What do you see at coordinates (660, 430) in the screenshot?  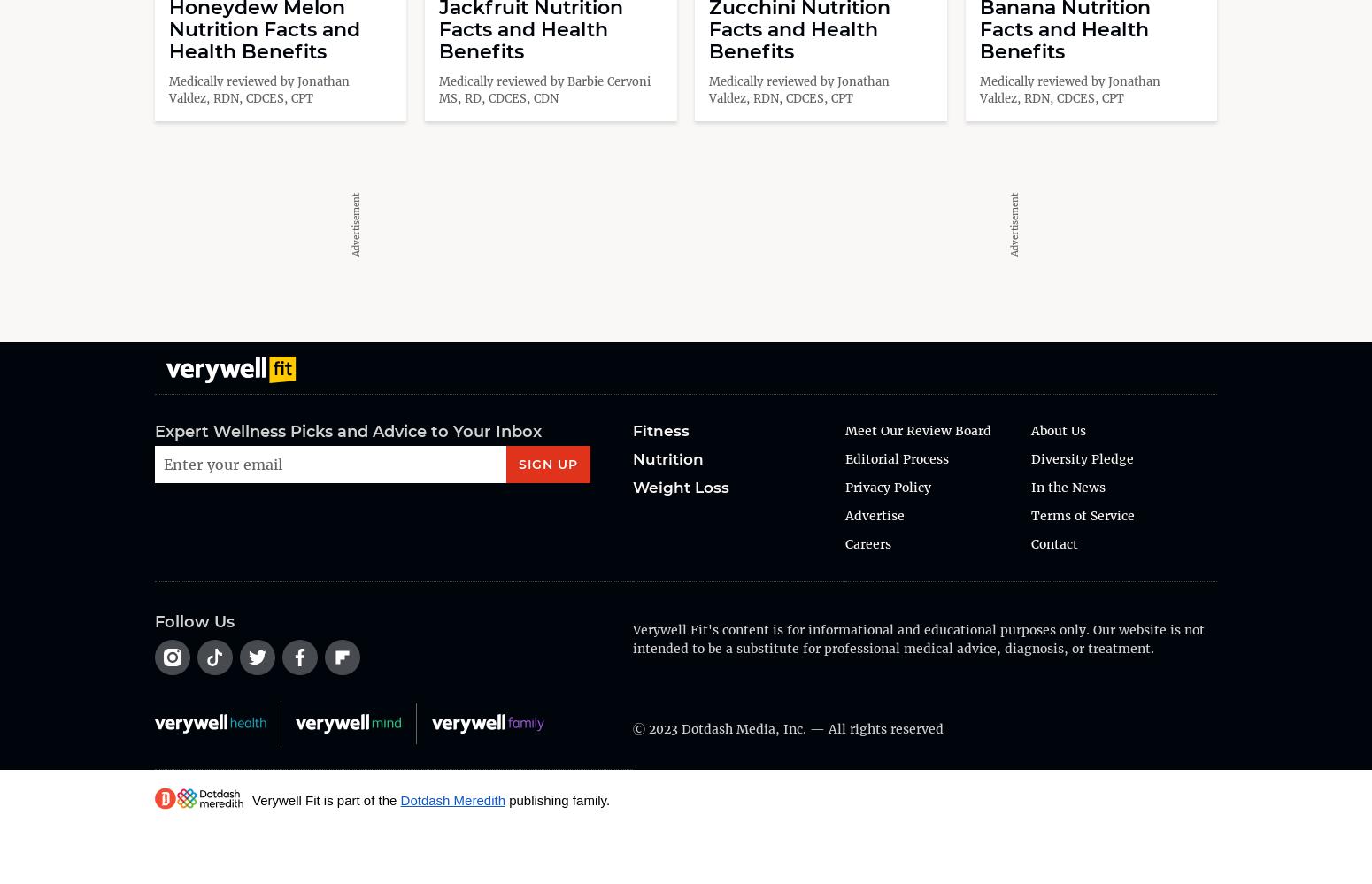 I see `'Fitness'` at bounding box center [660, 430].